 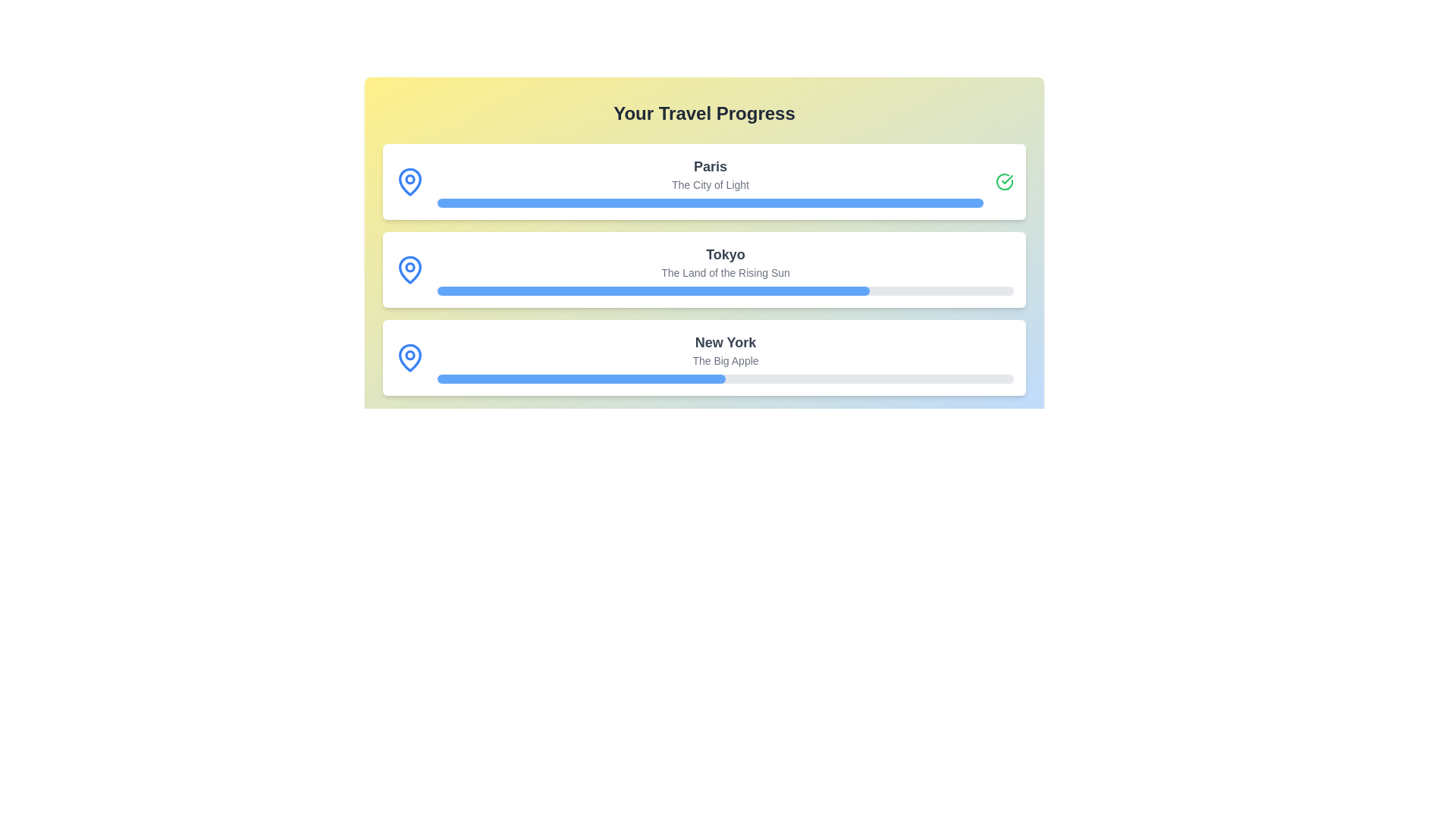 What do you see at coordinates (410, 357) in the screenshot?
I see `the map pin icon representing the location of 'New York' and 'The Big Apple', which is located to the left of the label in the third row of the list` at bounding box center [410, 357].